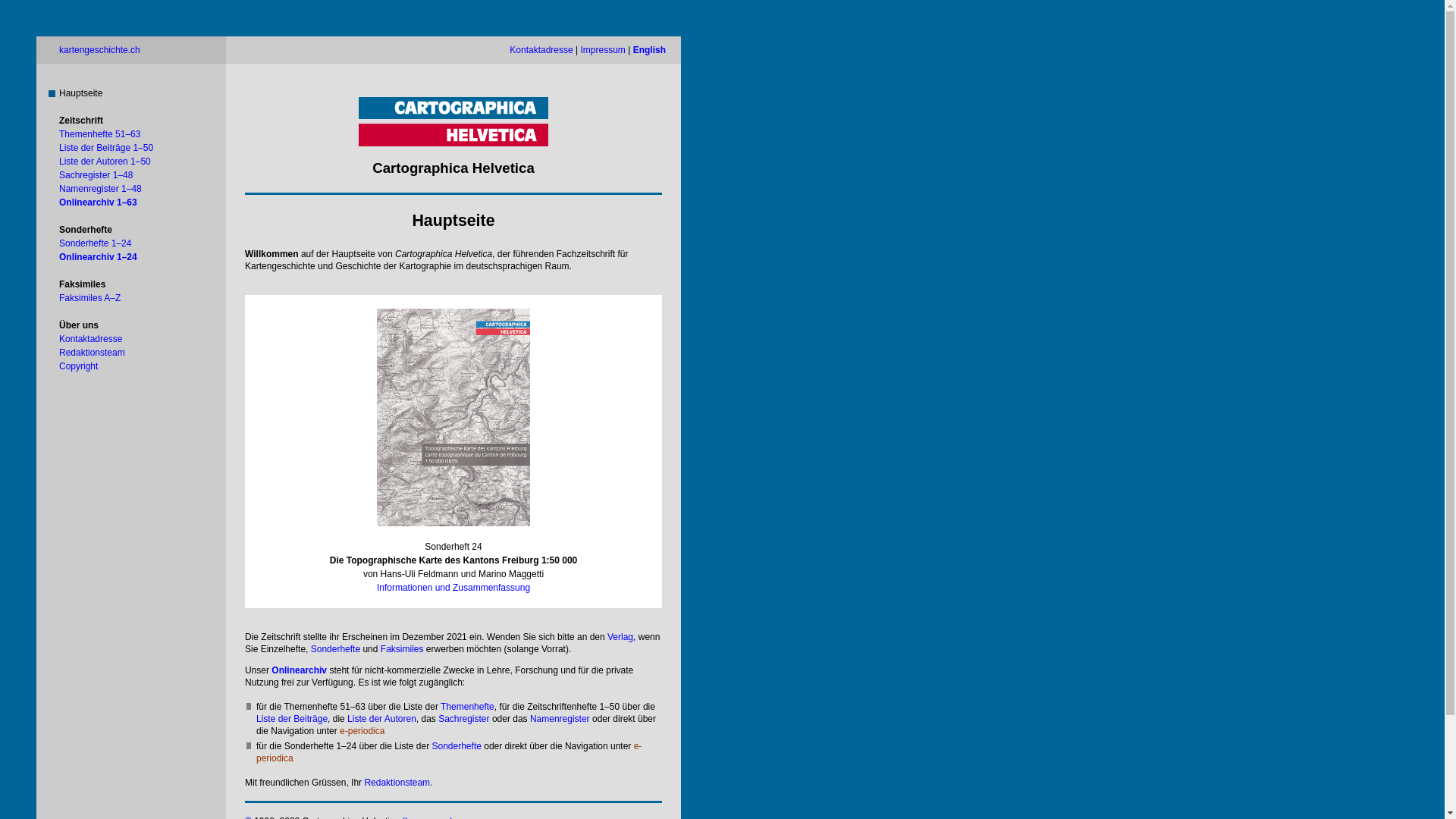 This screenshot has height=819, width=1456. What do you see at coordinates (381, 718) in the screenshot?
I see `'Liste der Autoren'` at bounding box center [381, 718].